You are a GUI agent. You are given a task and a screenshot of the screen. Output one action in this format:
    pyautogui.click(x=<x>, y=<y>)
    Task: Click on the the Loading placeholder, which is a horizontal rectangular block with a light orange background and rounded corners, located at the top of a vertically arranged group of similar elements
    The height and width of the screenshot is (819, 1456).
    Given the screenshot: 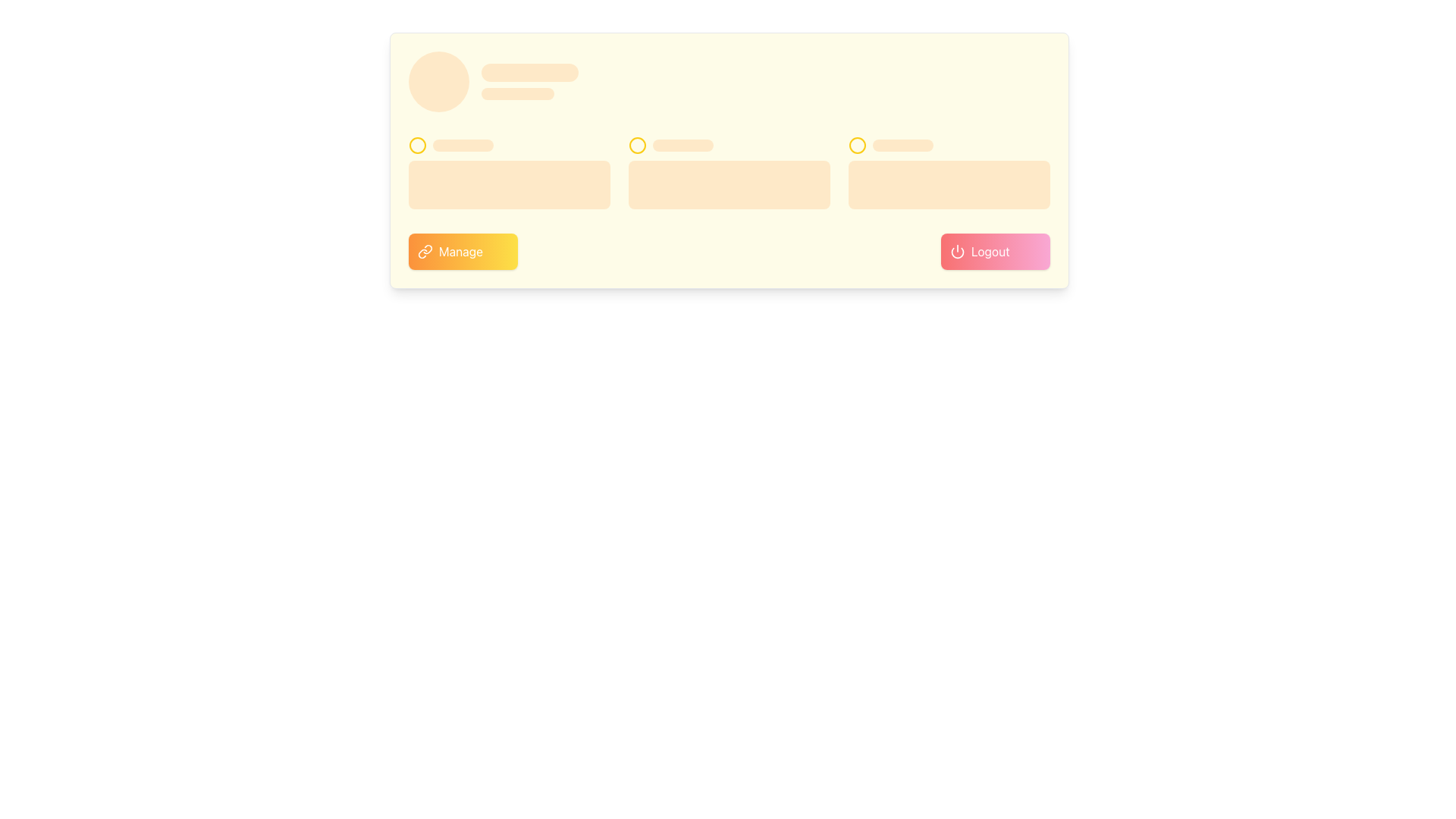 What is the action you would take?
    pyautogui.click(x=530, y=73)
    